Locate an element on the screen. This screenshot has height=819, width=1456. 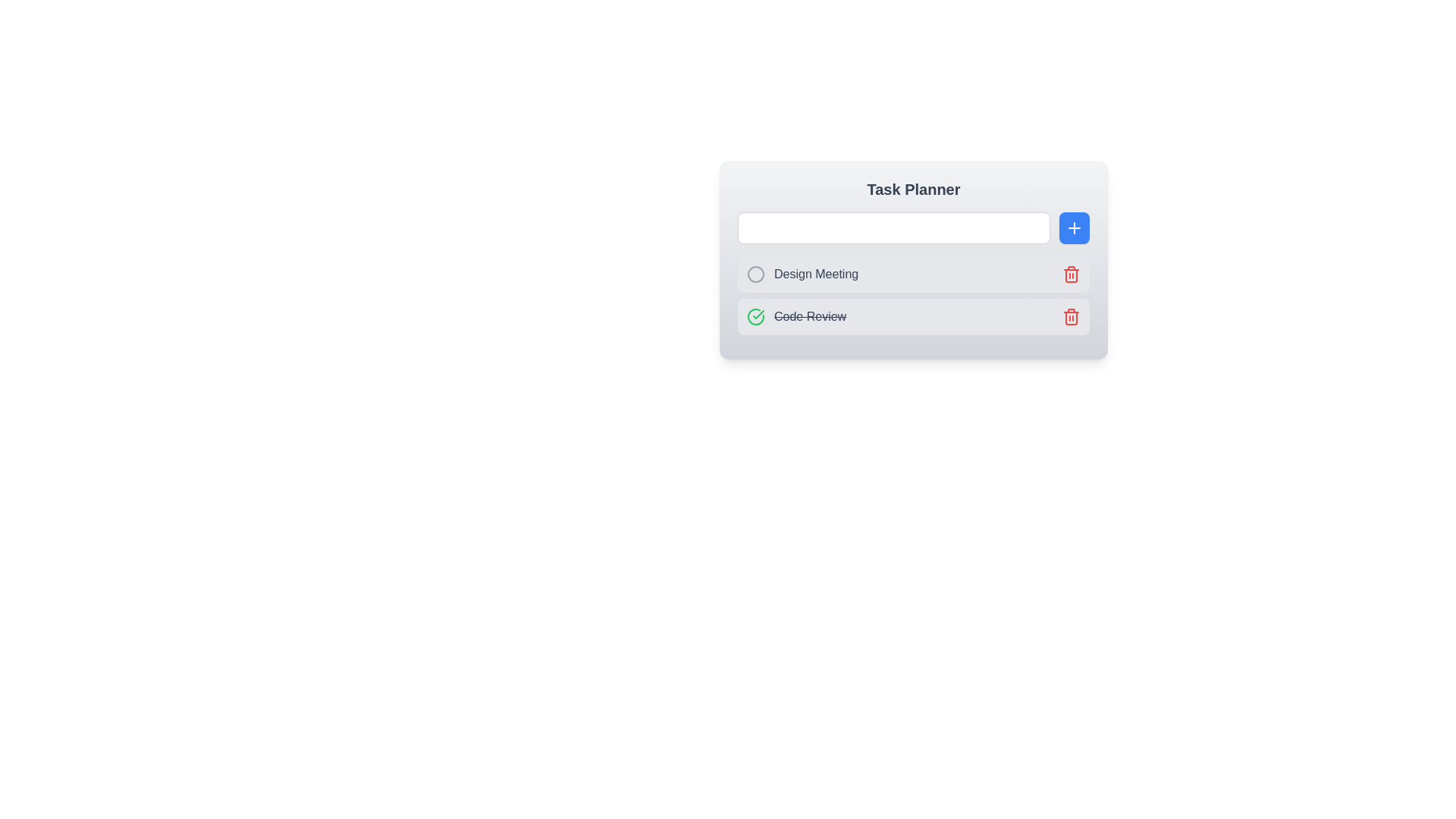
the red trash bin icon located at the far-right of the 'Design Meeting' task row is located at coordinates (1065, 275).